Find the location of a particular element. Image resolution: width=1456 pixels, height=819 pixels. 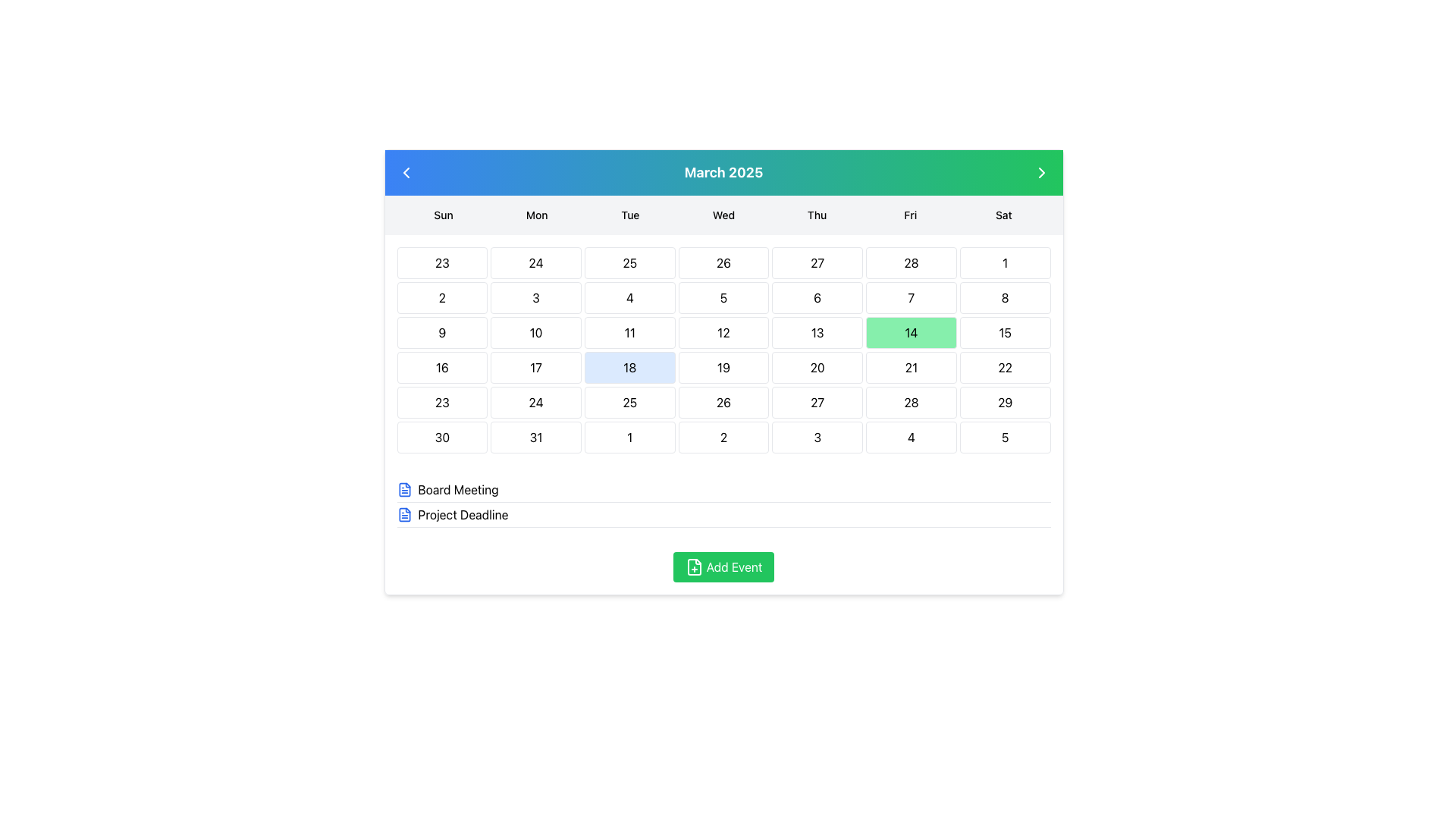

the file icon located within the green 'Add Event' button at the lower portion of the application interface is located at coordinates (693, 567).